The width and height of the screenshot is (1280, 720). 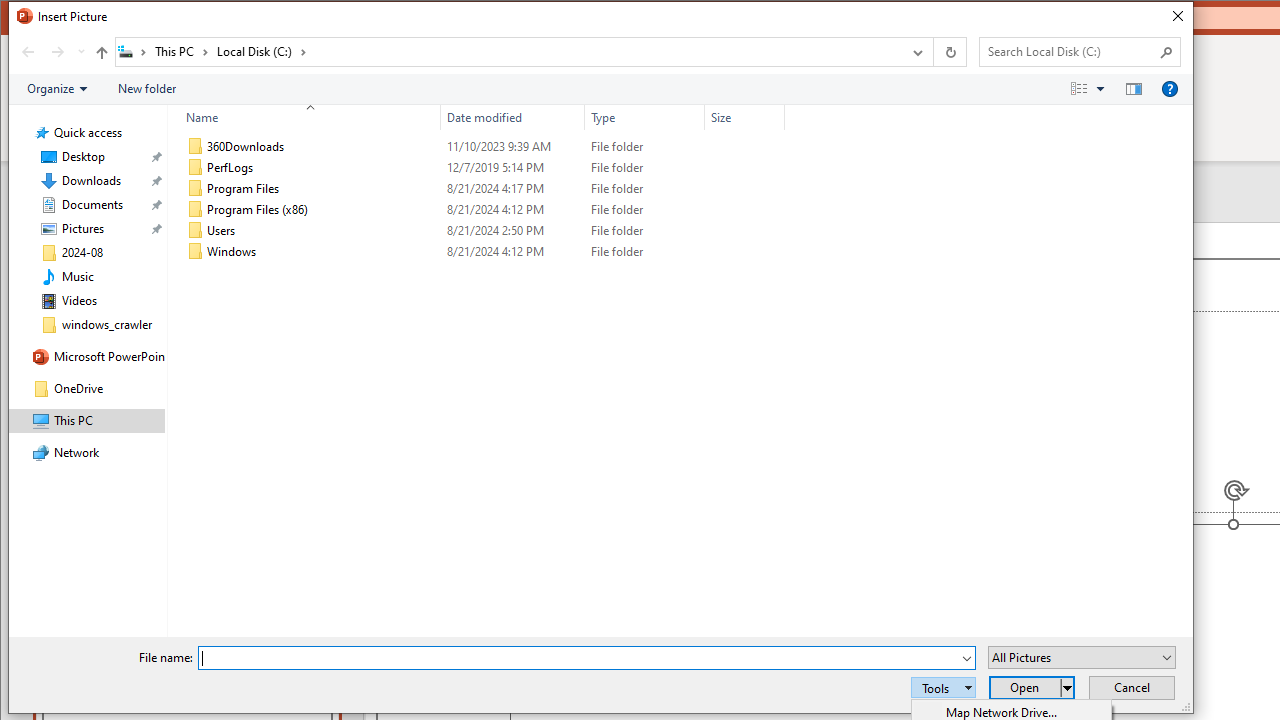 What do you see at coordinates (51, 50) in the screenshot?
I see `'Navigation buttons'` at bounding box center [51, 50].